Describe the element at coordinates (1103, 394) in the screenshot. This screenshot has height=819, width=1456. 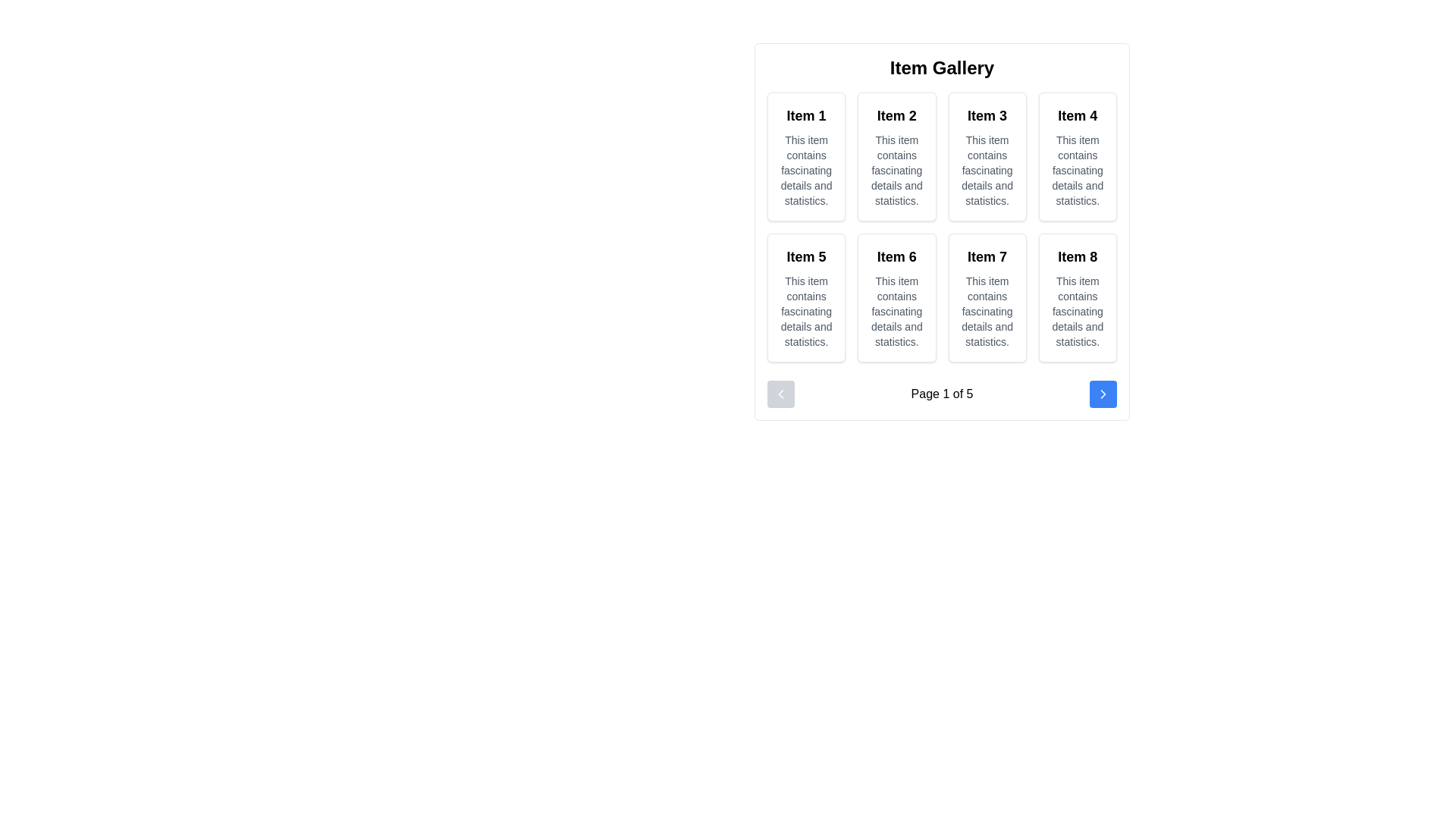
I see `the 'Next Page' button located at the bottom-right corner of the pagination control` at that location.